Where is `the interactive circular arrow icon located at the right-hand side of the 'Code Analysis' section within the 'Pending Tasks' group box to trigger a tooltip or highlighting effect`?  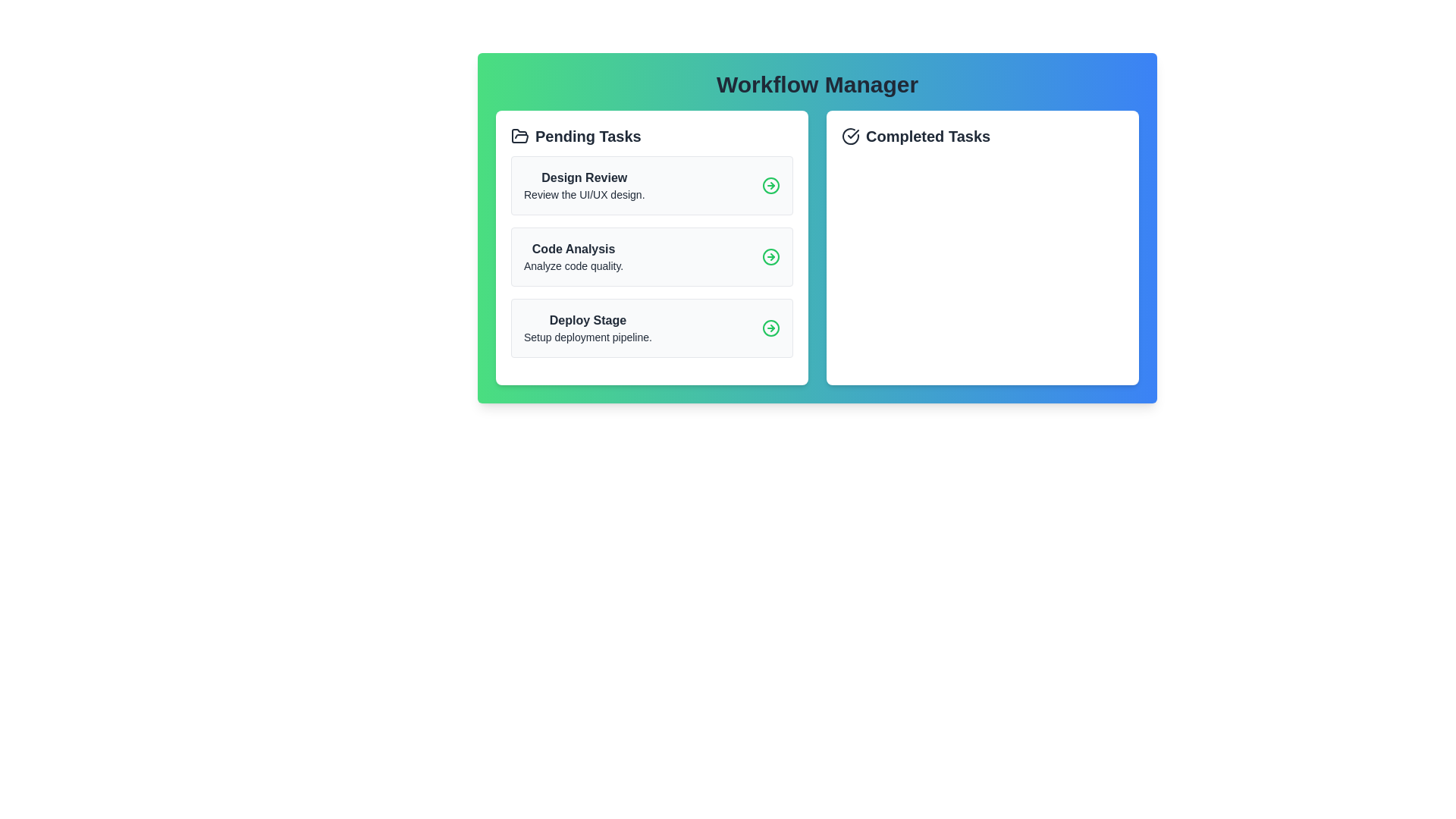
the interactive circular arrow icon located at the right-hand side of the 'Code Analysis' section within the 'Pending Tasks' group box to trigger a tooltip or highlighting effect is located at coordinates (771, 256).